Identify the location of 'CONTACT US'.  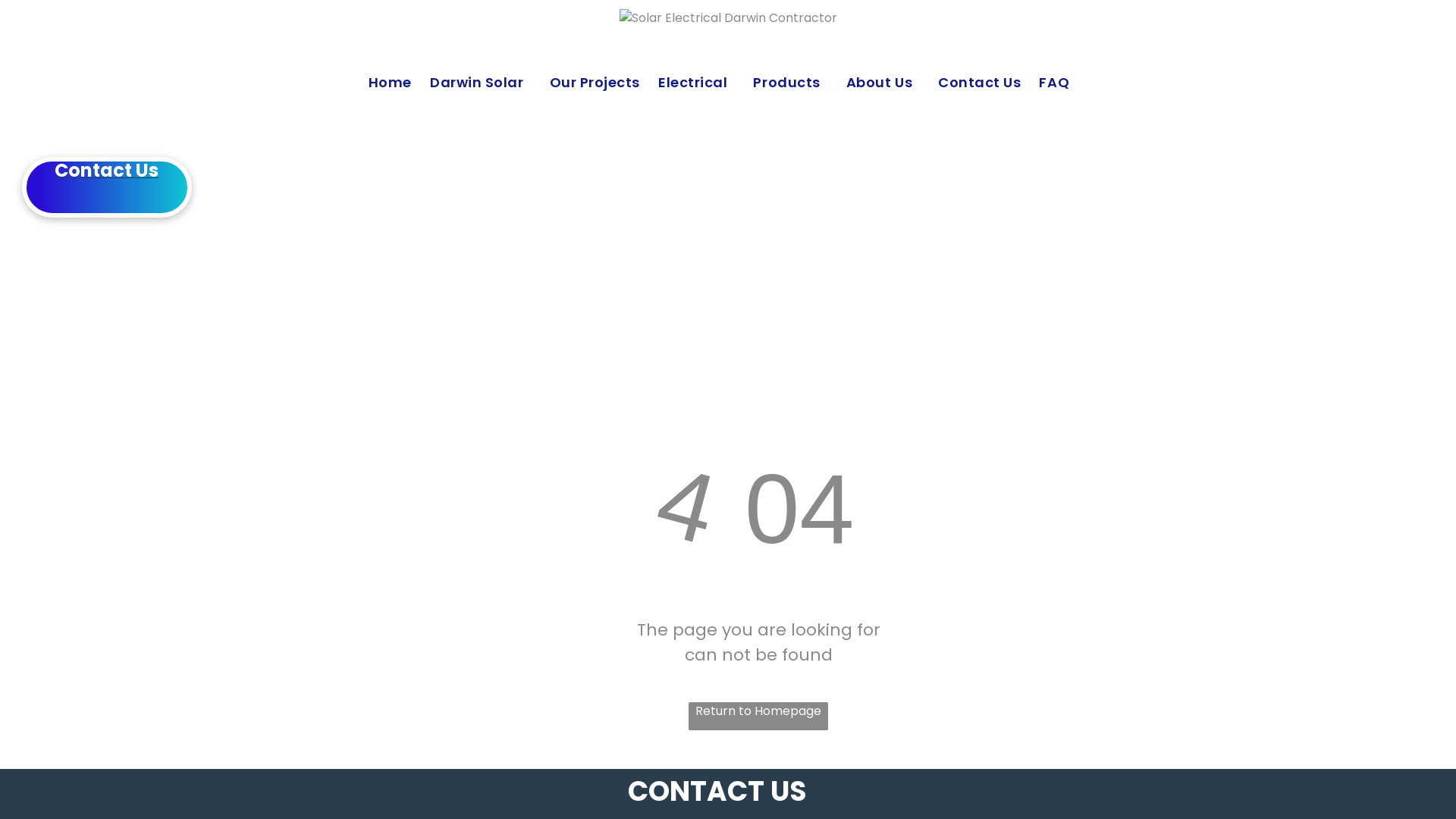
(716, 790).